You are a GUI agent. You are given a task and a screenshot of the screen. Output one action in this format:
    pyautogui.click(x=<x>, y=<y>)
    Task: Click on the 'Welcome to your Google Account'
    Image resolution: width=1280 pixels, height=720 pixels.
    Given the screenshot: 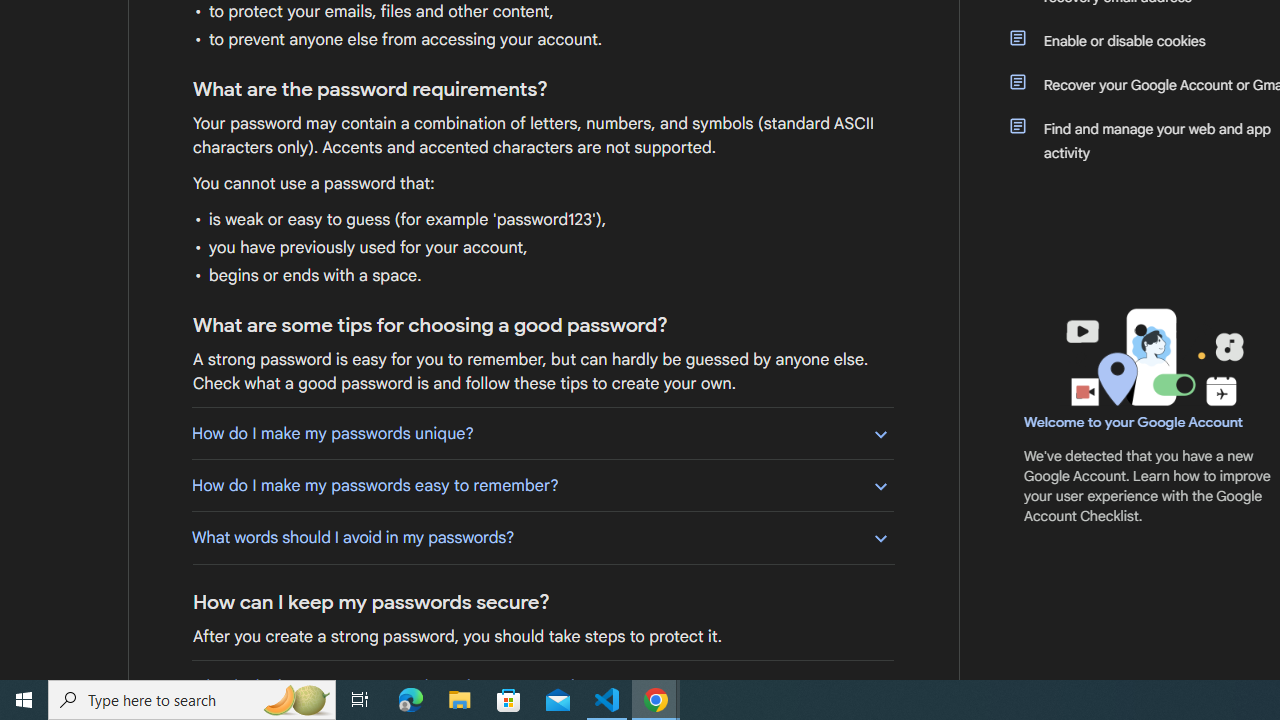 What is the action you would take?
    pyautogui.click(x=1134, y=421)
    